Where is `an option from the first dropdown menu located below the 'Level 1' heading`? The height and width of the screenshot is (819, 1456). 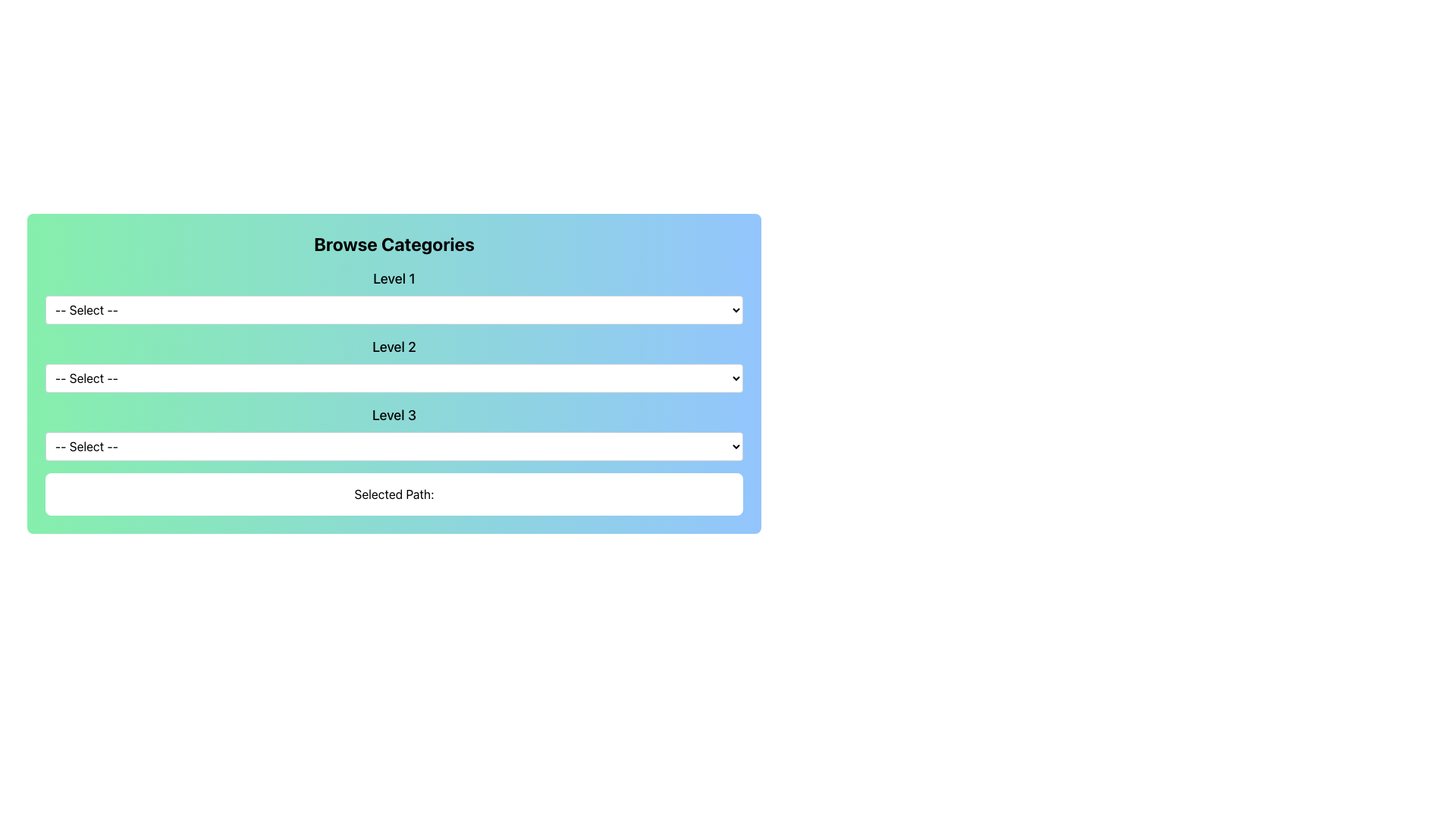
an option from the first dropdown menu located below the 'Level 1' heading is located at coordinates (394, 309).